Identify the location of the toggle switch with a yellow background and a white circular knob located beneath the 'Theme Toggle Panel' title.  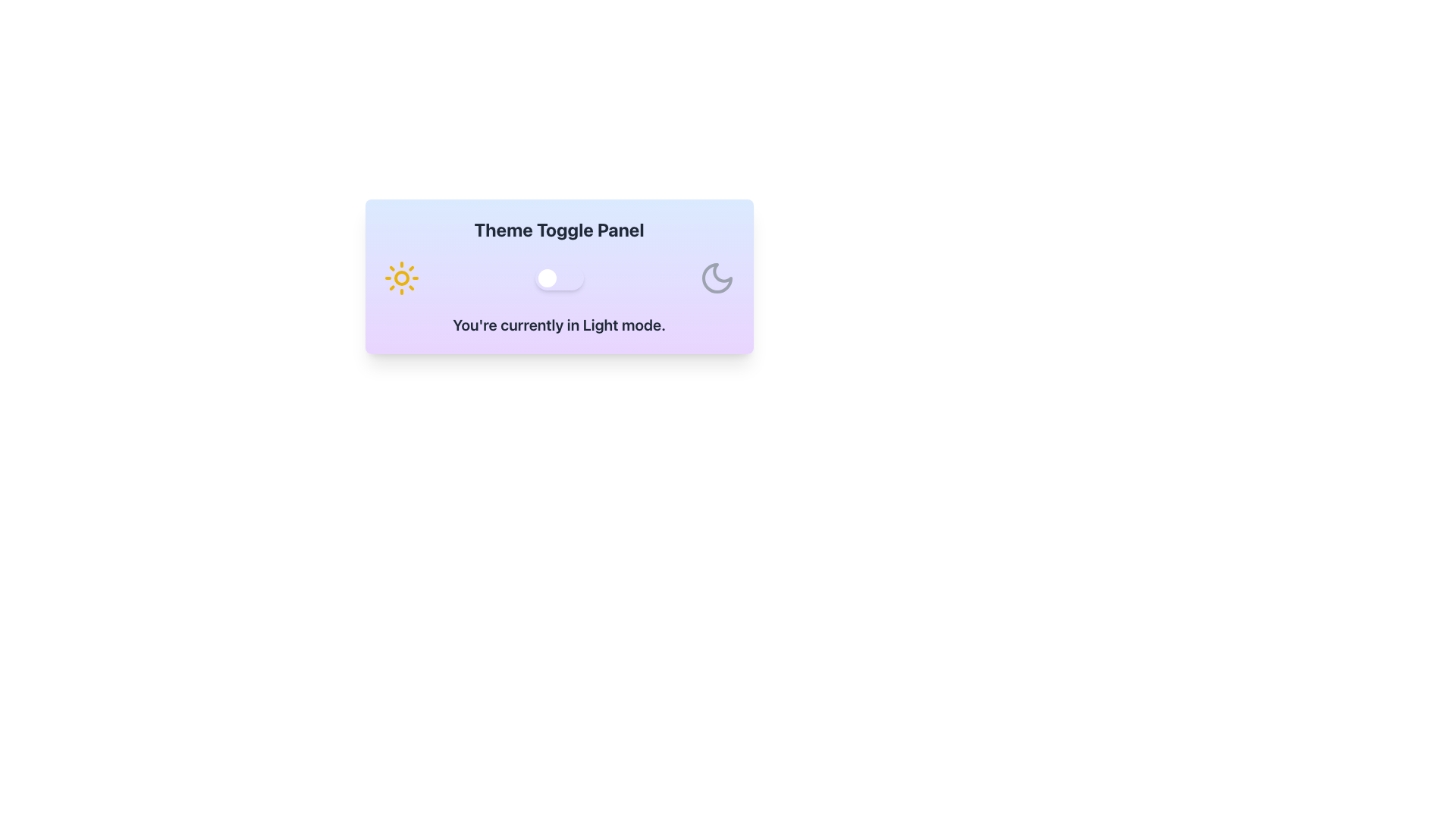
(558, 278).